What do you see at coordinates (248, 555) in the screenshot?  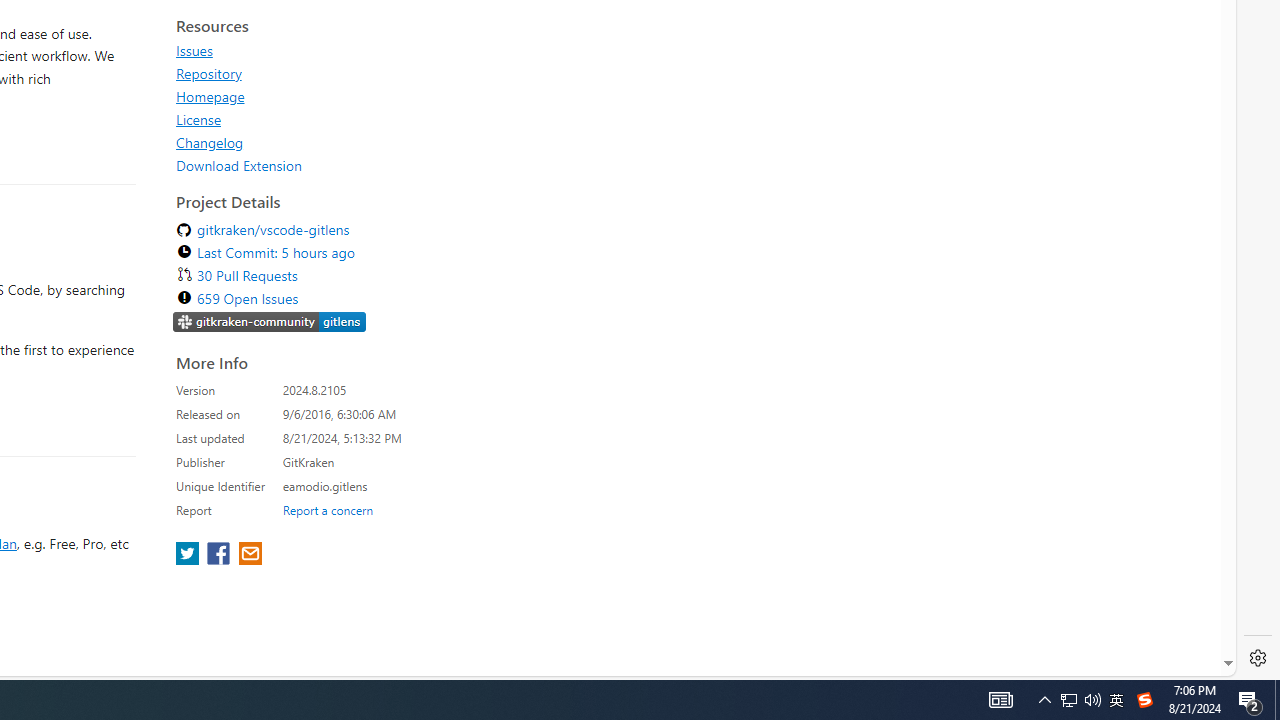 I see `'share extension on email'` at bounding box center [248, 555].